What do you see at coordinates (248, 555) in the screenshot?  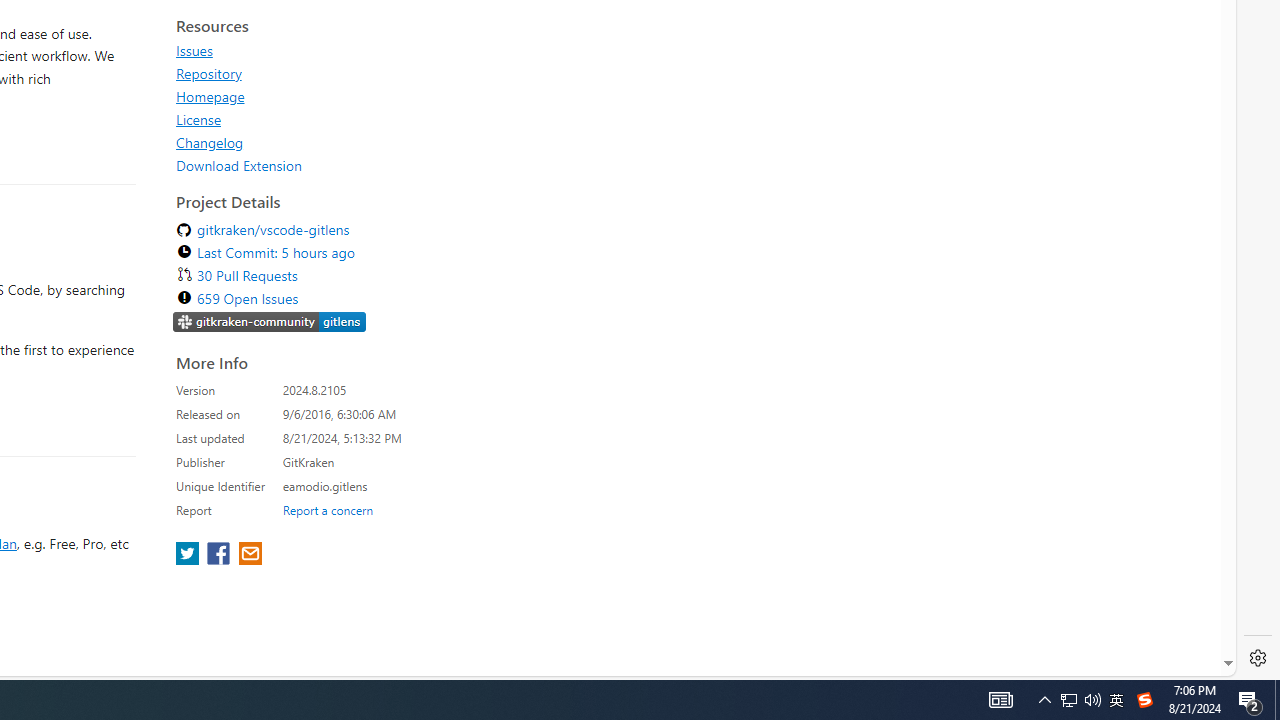 I see `'share extension on email'` at bounding box center [248, 555].